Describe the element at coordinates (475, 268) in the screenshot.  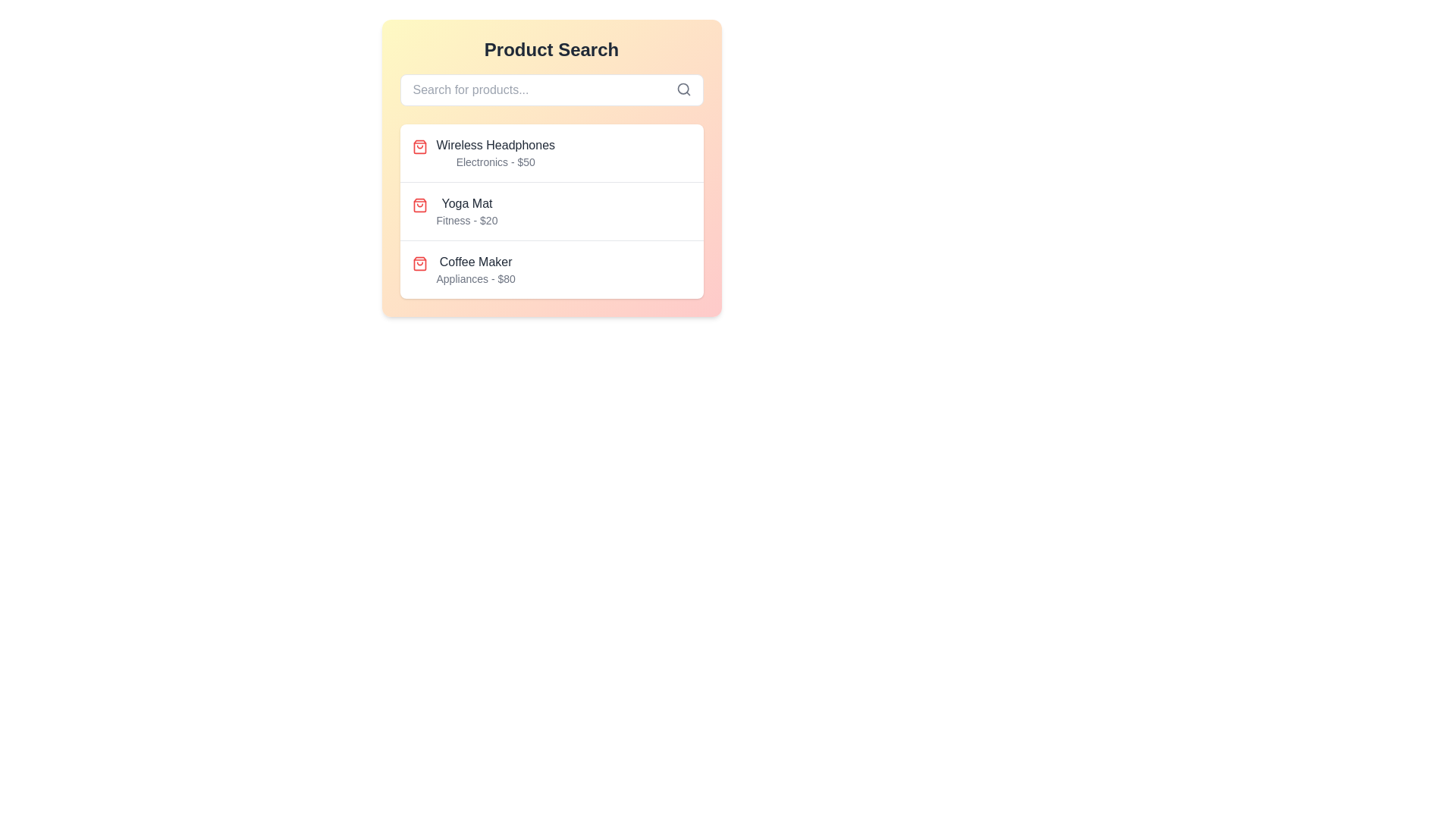
I see `the 'Coffee Maker' list item element` at that location.